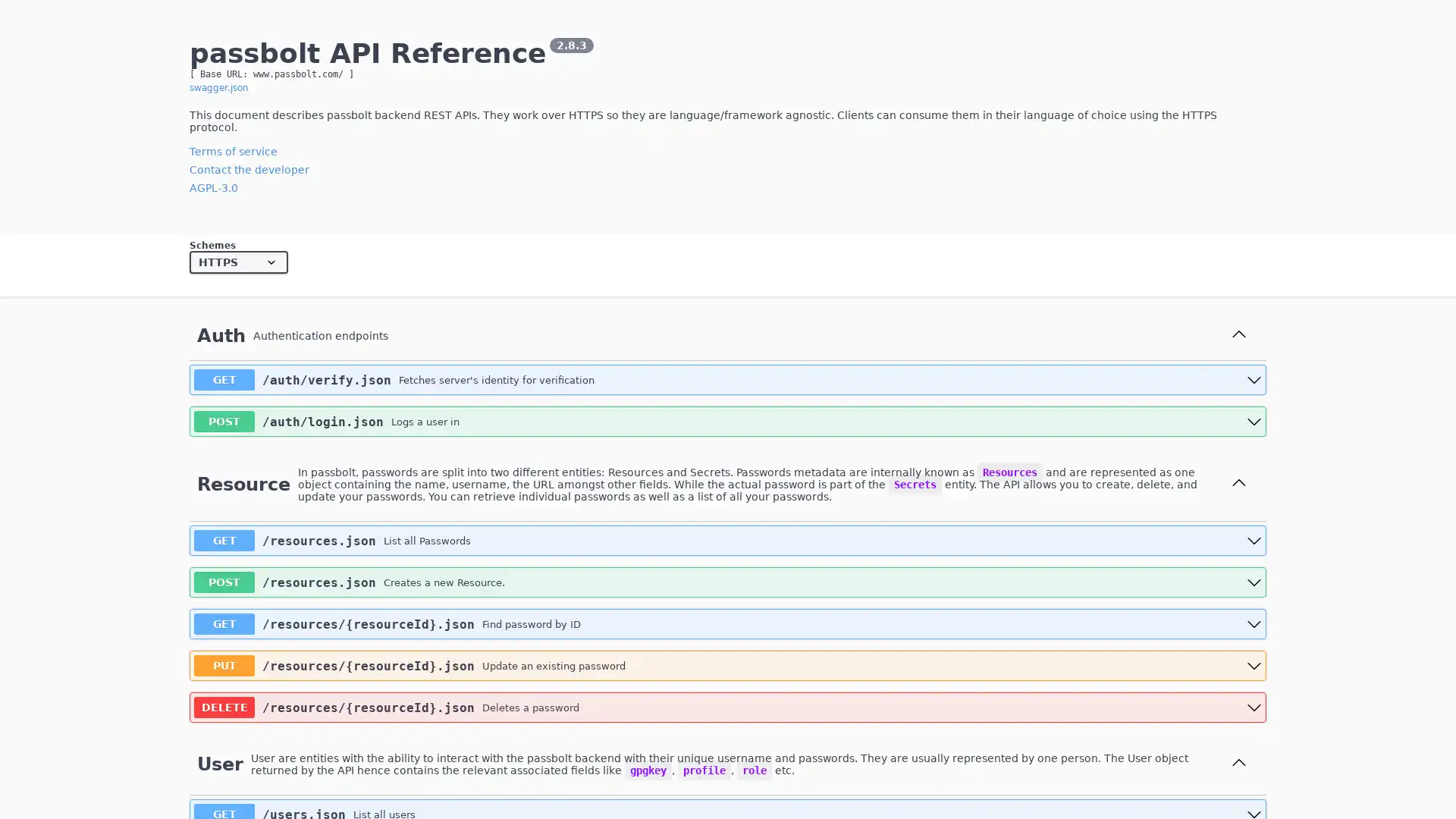  Describe the element at coordinates (728, 540) in the screenshot. I see `get /resources.json` at that location.